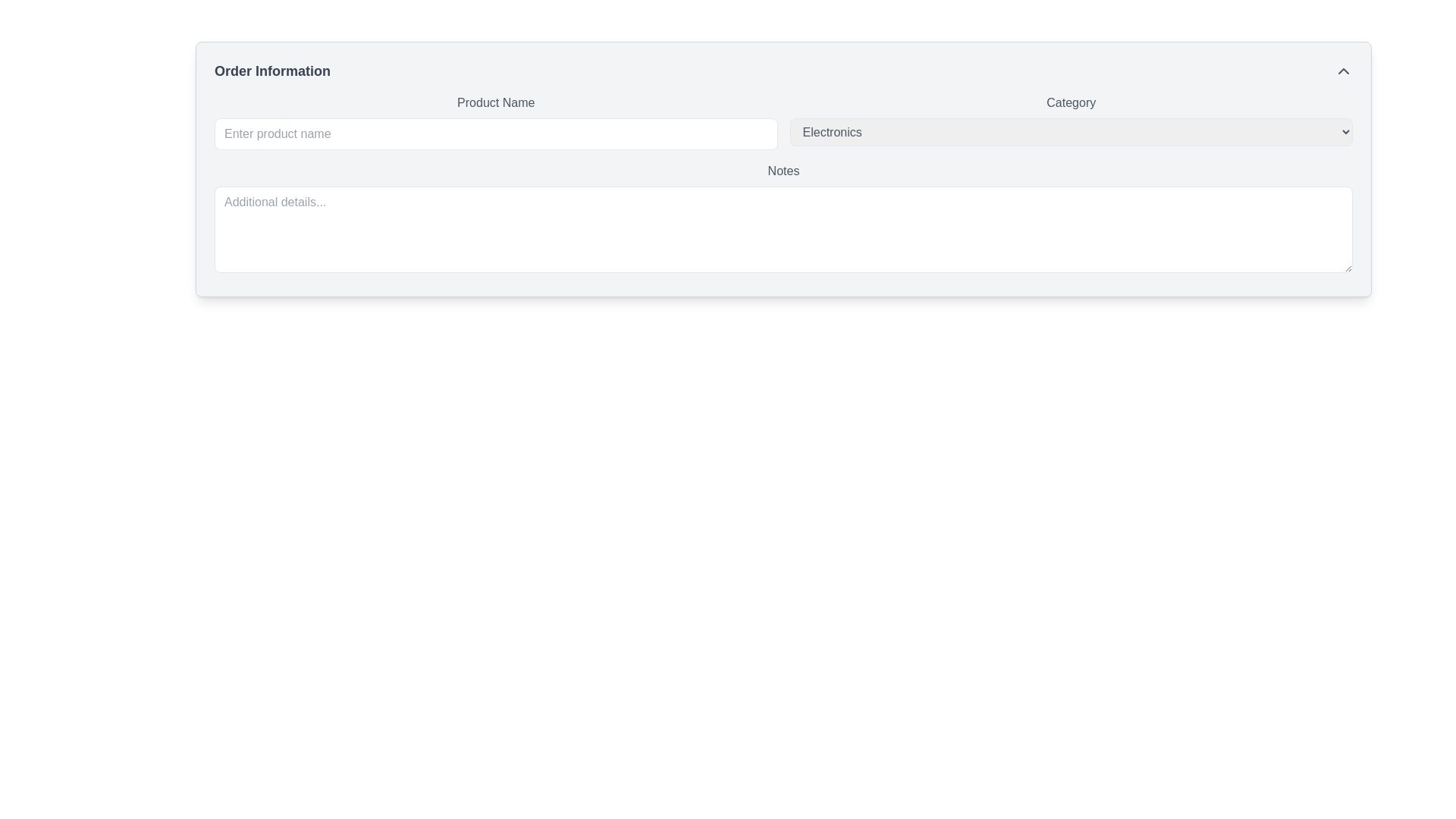  Describe the element at coordinates (1070, 121) in the screenshot. I see `the 'Category' dropdown menu in the 'Order Information' section` at that location.